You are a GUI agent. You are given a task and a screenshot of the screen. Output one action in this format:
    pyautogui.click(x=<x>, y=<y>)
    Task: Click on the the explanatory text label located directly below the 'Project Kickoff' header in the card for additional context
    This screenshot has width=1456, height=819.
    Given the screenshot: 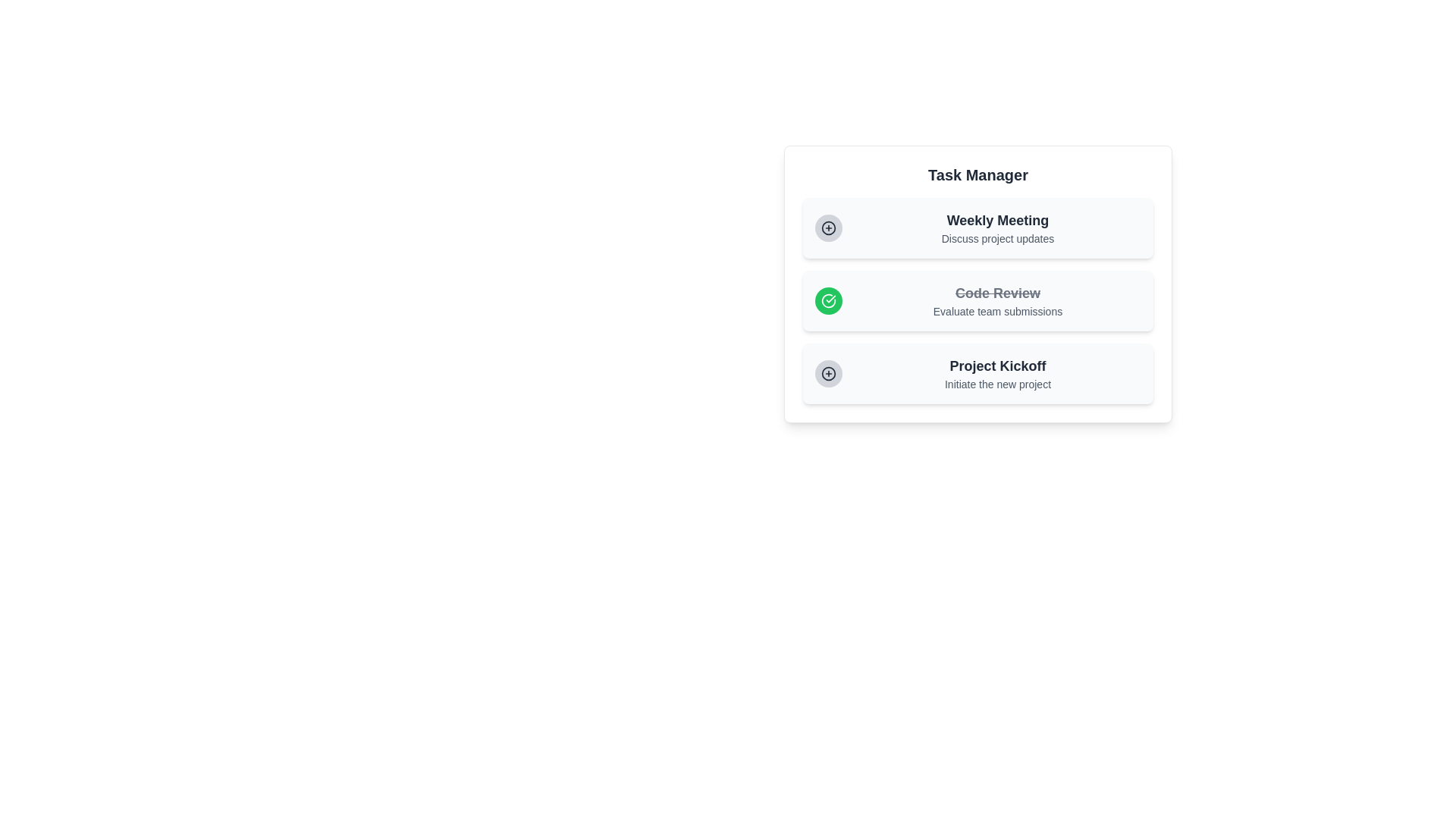 What is the action you would take?
    pyautogui.click(x=997, y=383)
    